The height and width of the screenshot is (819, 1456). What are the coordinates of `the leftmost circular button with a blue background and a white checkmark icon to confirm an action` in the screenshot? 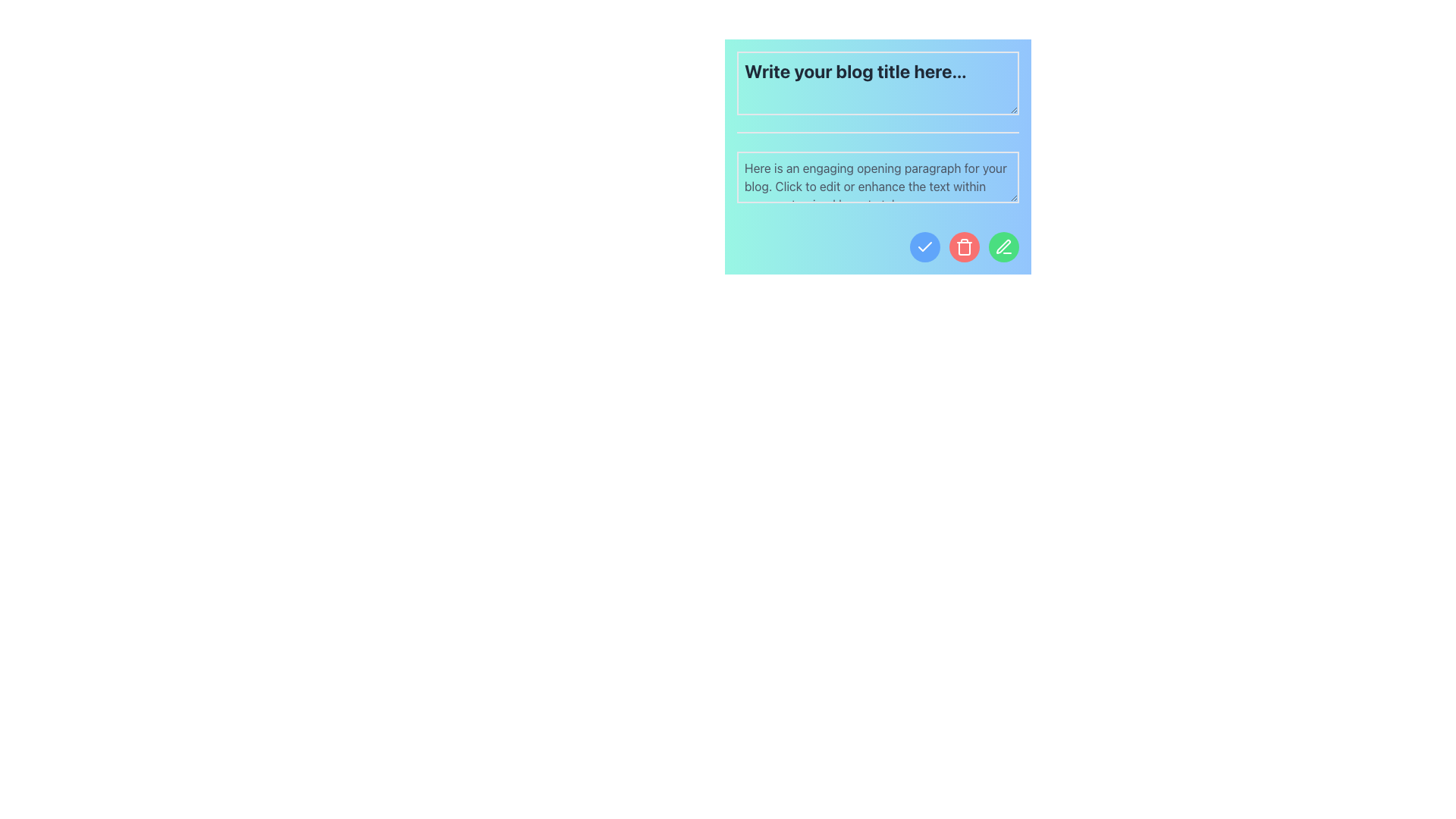 It's located at (924, 246).